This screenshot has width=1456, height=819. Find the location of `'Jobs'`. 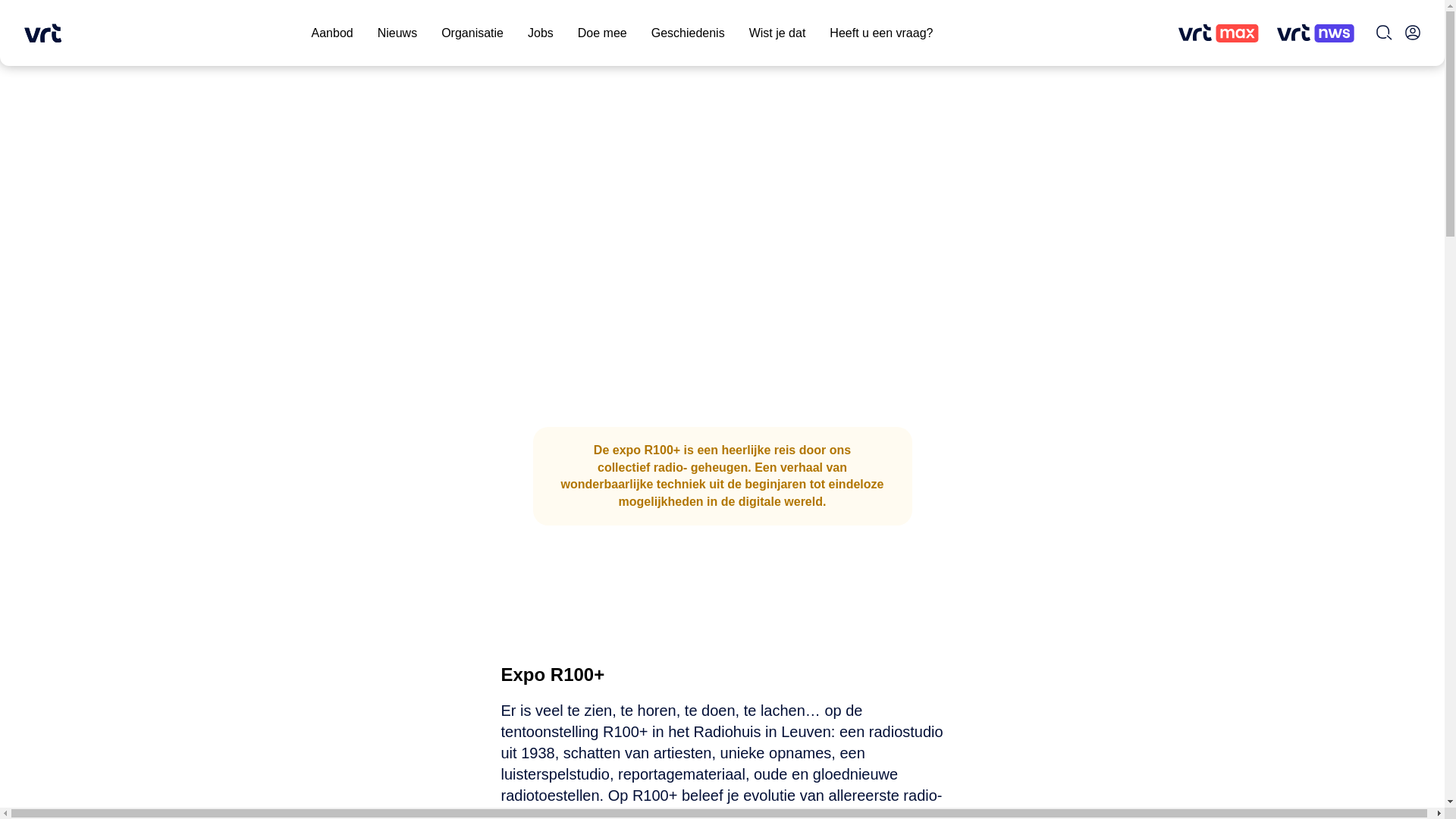

'Jobs' is located at coordinates (541, 33).